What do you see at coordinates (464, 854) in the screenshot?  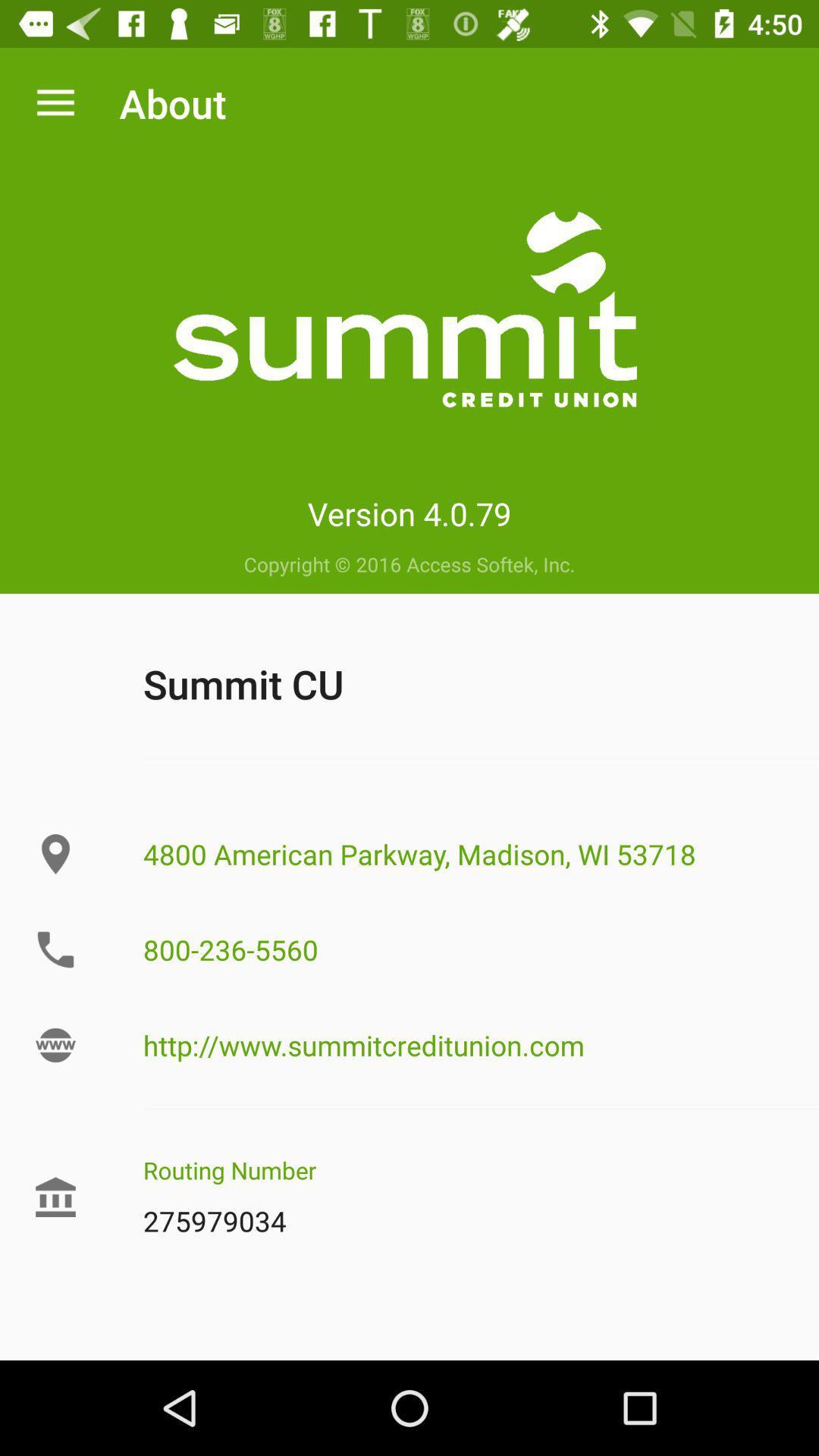 I see `the 4800 american parkway icon` at bounding box center [464, 854].